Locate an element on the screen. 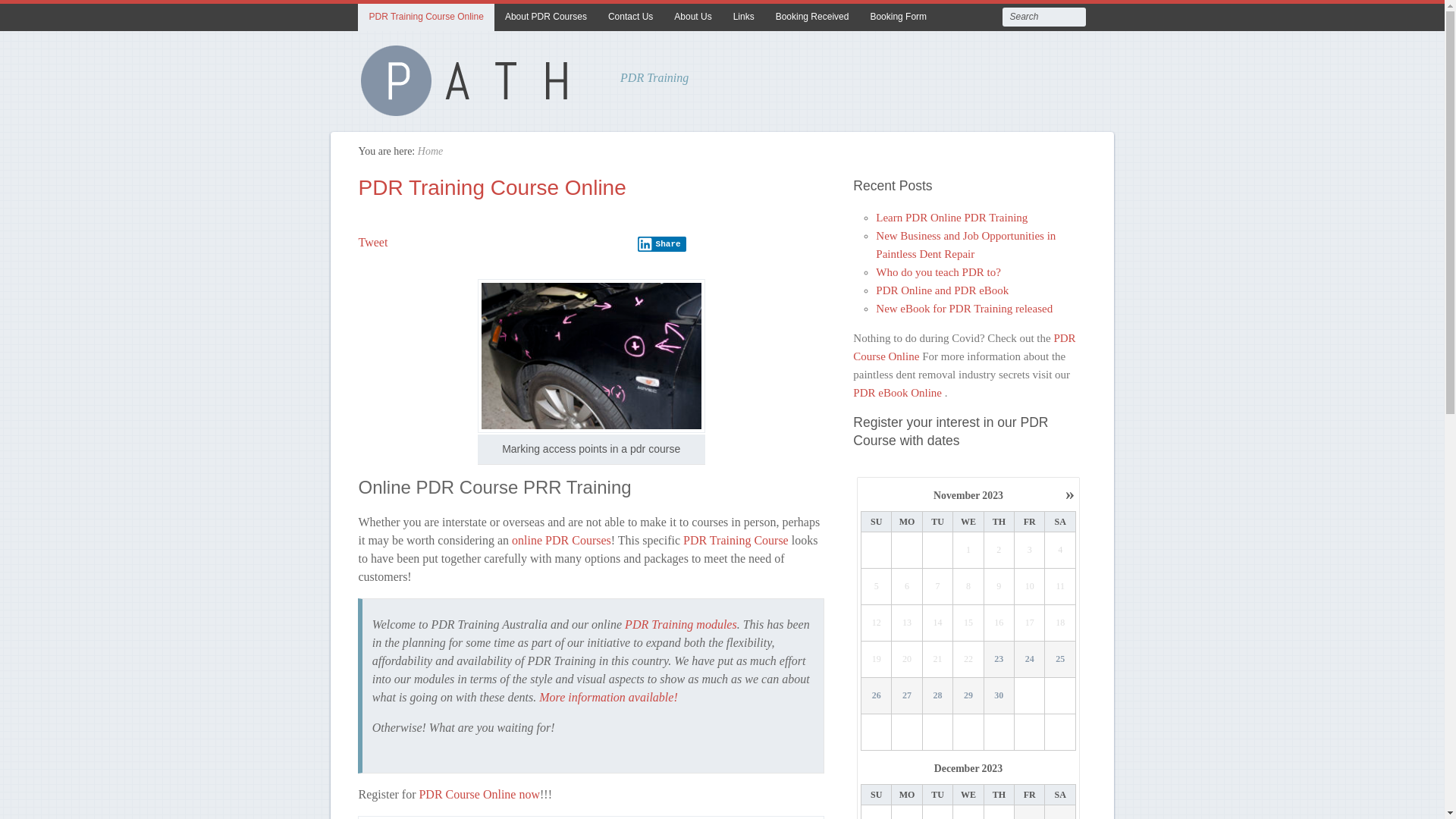 The width and height of the screenshot is (1456, 819). 'Tweet' is located at coordinates (372, 241).